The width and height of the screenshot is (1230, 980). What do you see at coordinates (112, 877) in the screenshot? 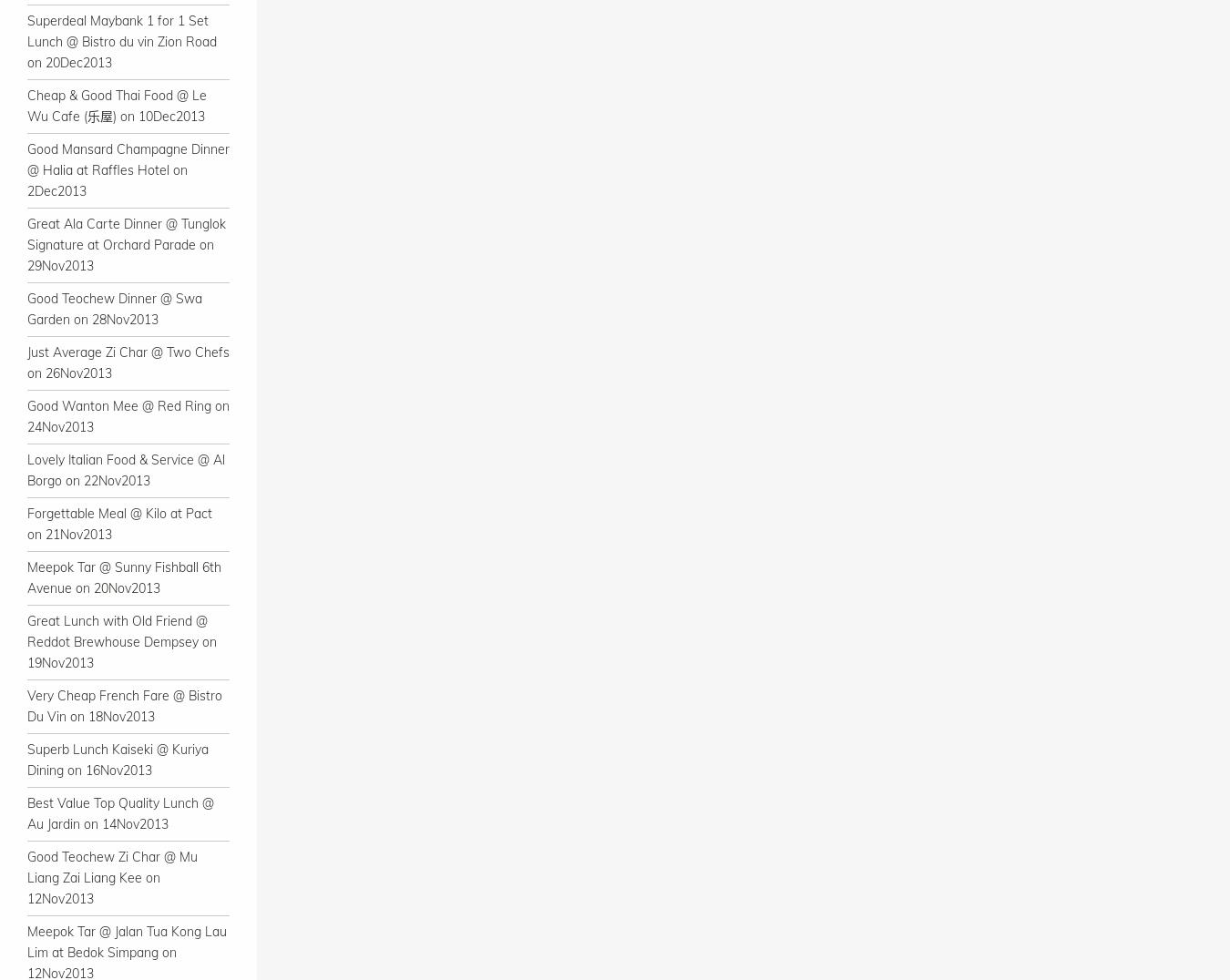
I see `'Good Teochew Zi Char @ Mu Liang Zai Liang Kee on 12Nov2013'` at bounding box center [112, 877].